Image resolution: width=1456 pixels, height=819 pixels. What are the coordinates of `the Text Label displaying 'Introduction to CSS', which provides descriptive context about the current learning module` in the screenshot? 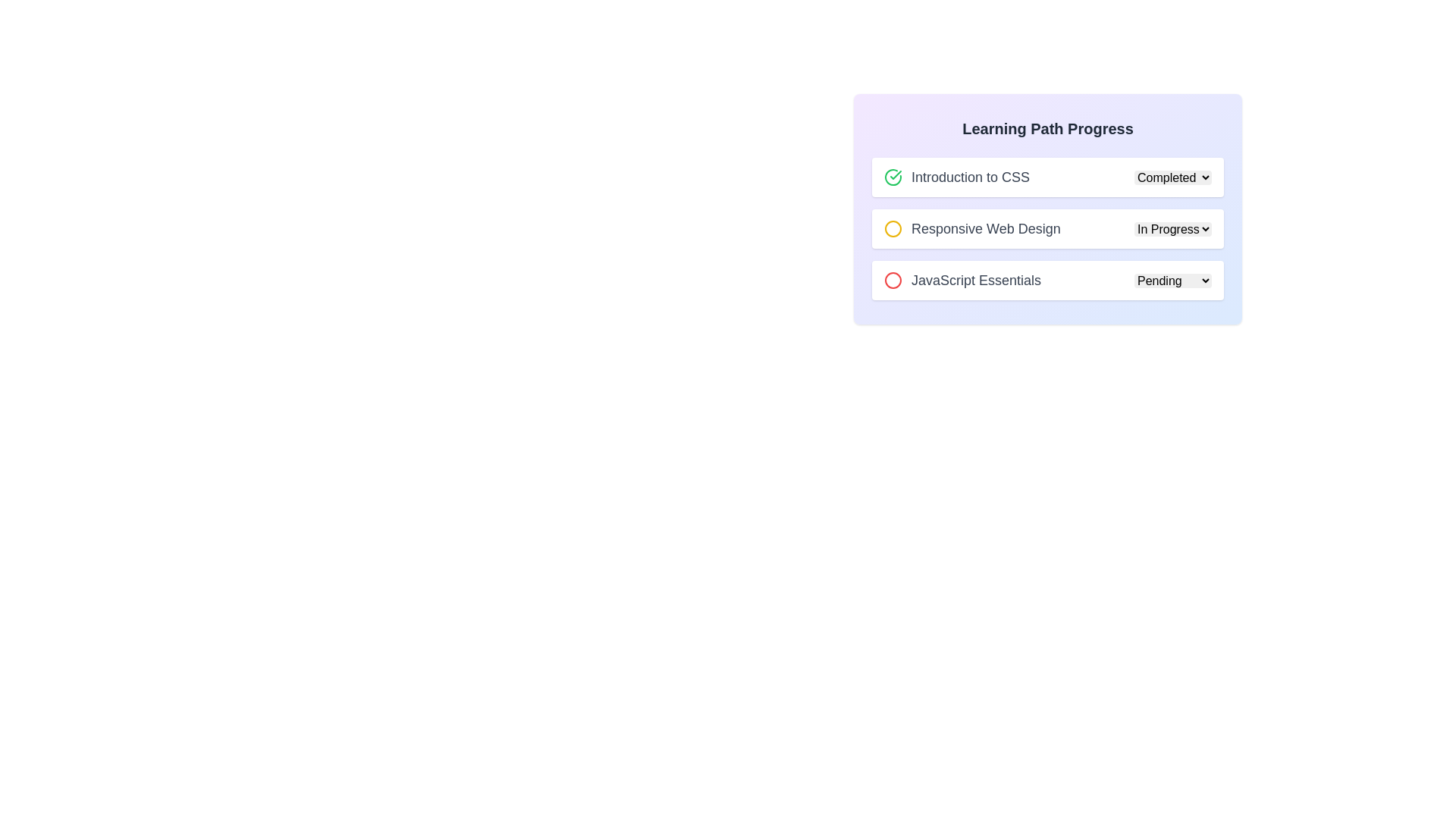 It's located at (971, 177).